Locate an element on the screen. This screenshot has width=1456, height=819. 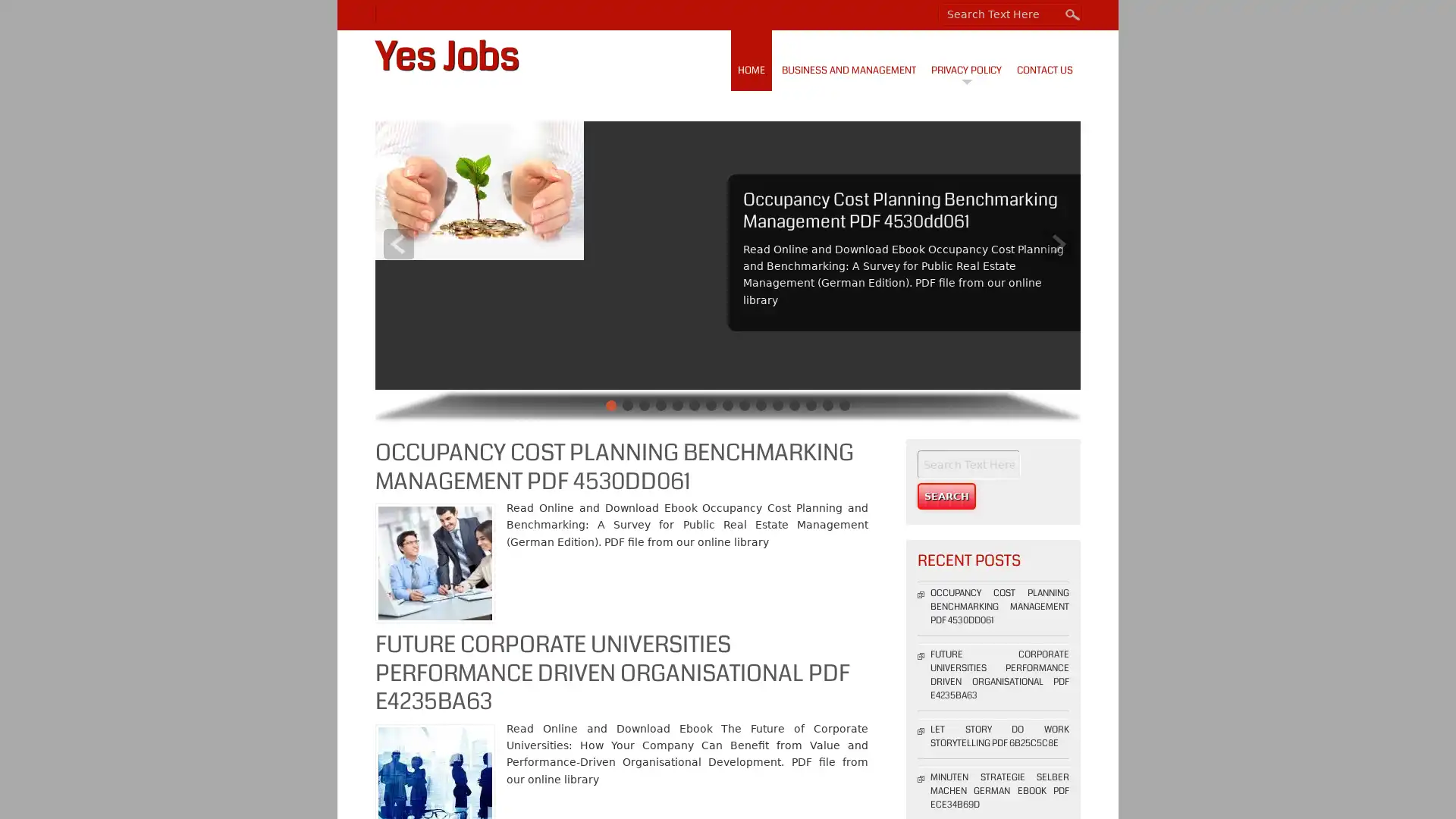
Search is located at coordinates (946, 496).